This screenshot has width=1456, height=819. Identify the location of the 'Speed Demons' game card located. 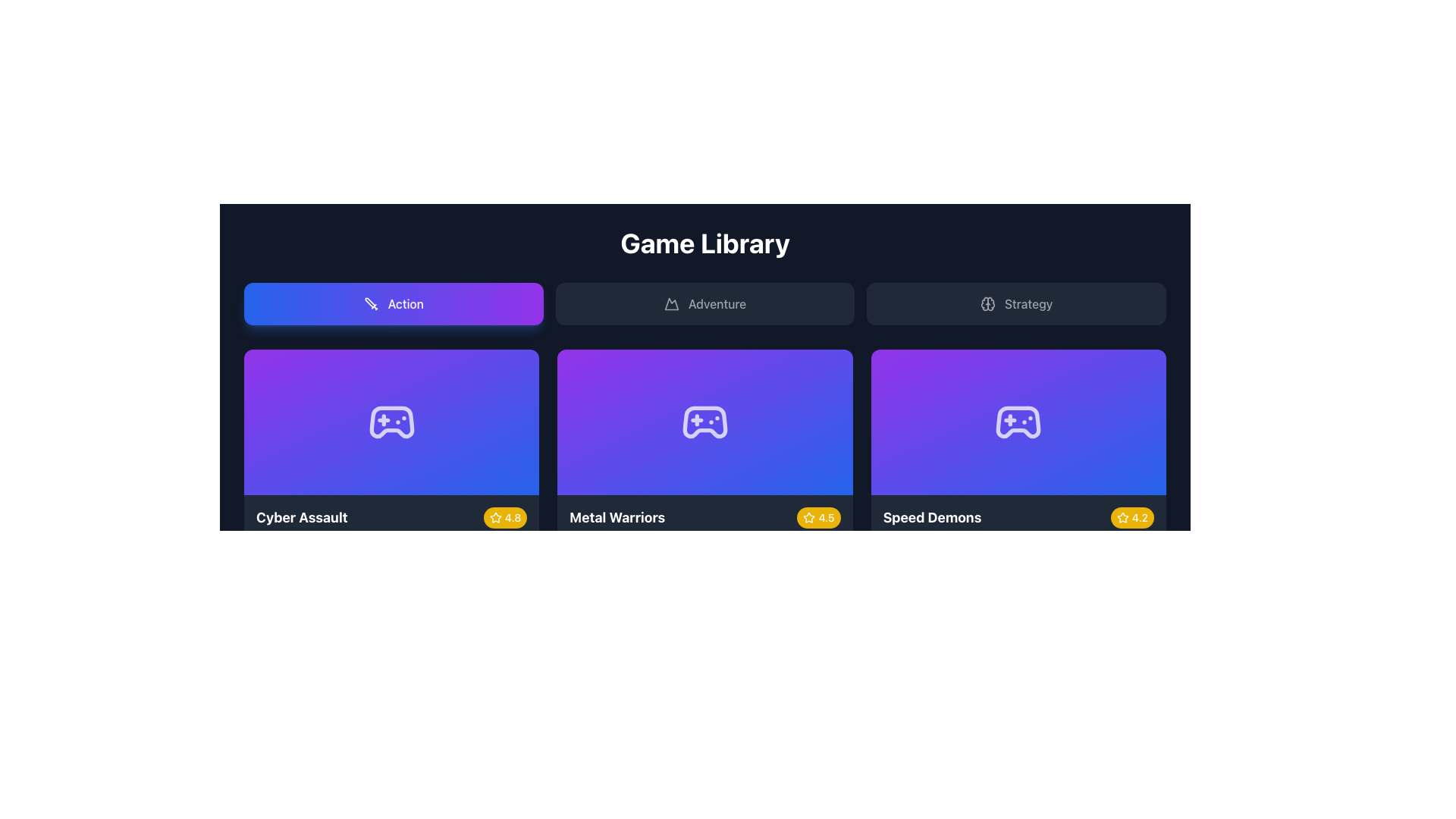
(1018, 475).